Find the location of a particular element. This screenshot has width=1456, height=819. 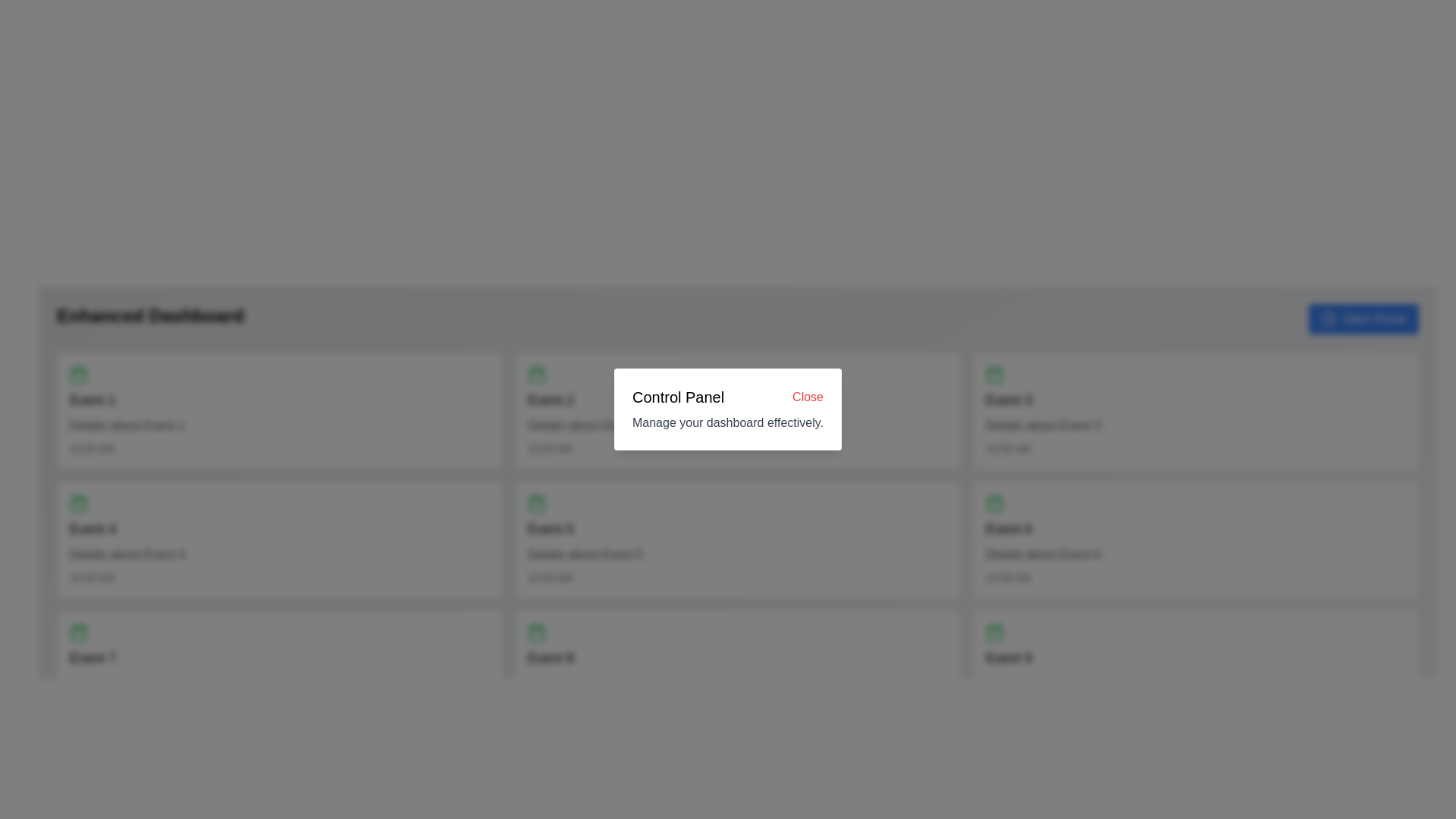

the text 'Event 4' for copying by clicking on the text label located in the second row and first column of the grid layout is located at coordinates (92, 529).